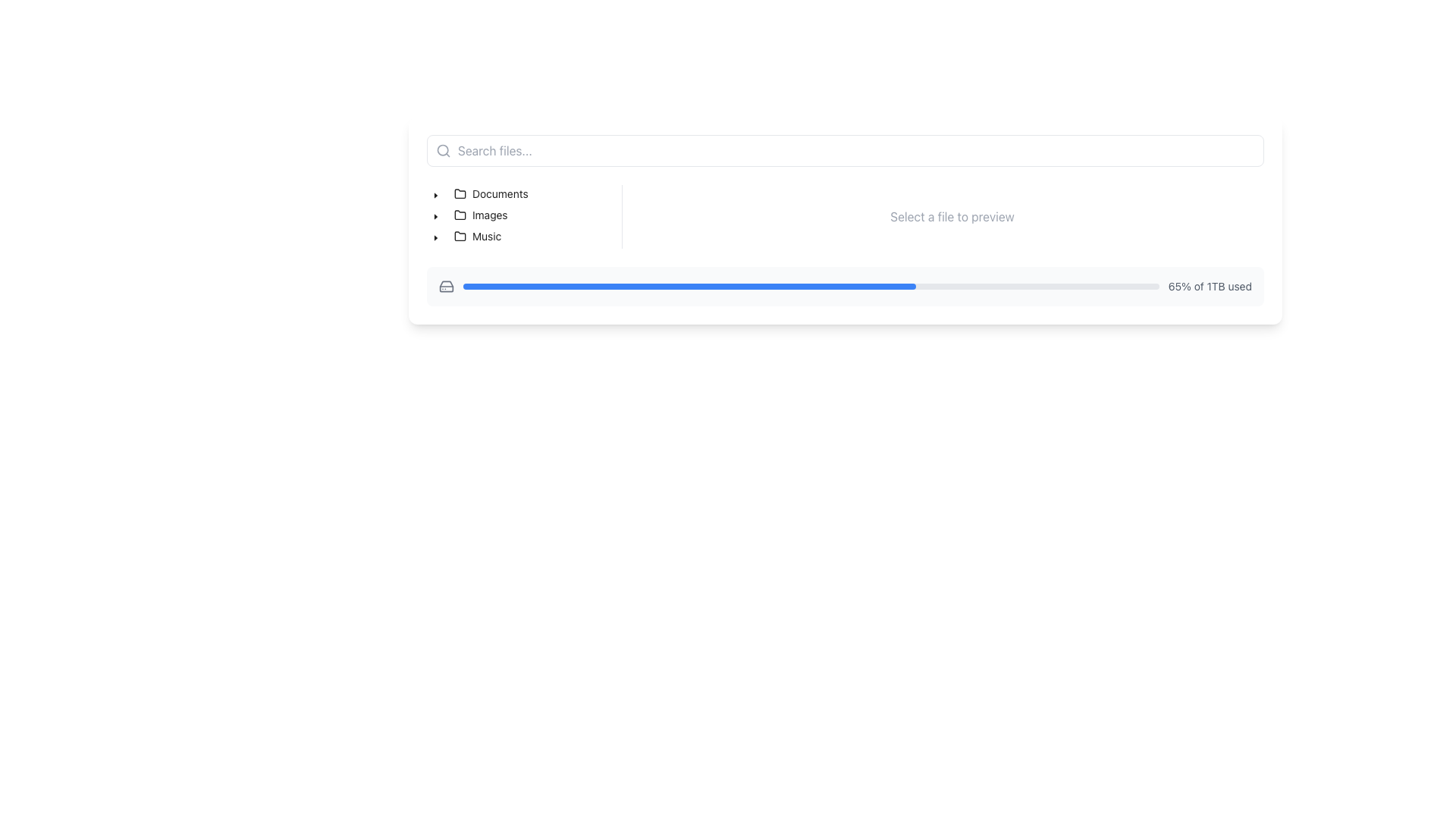  I want to click on the 'Music' folder text label in the file navigation system, so click(487, 237).